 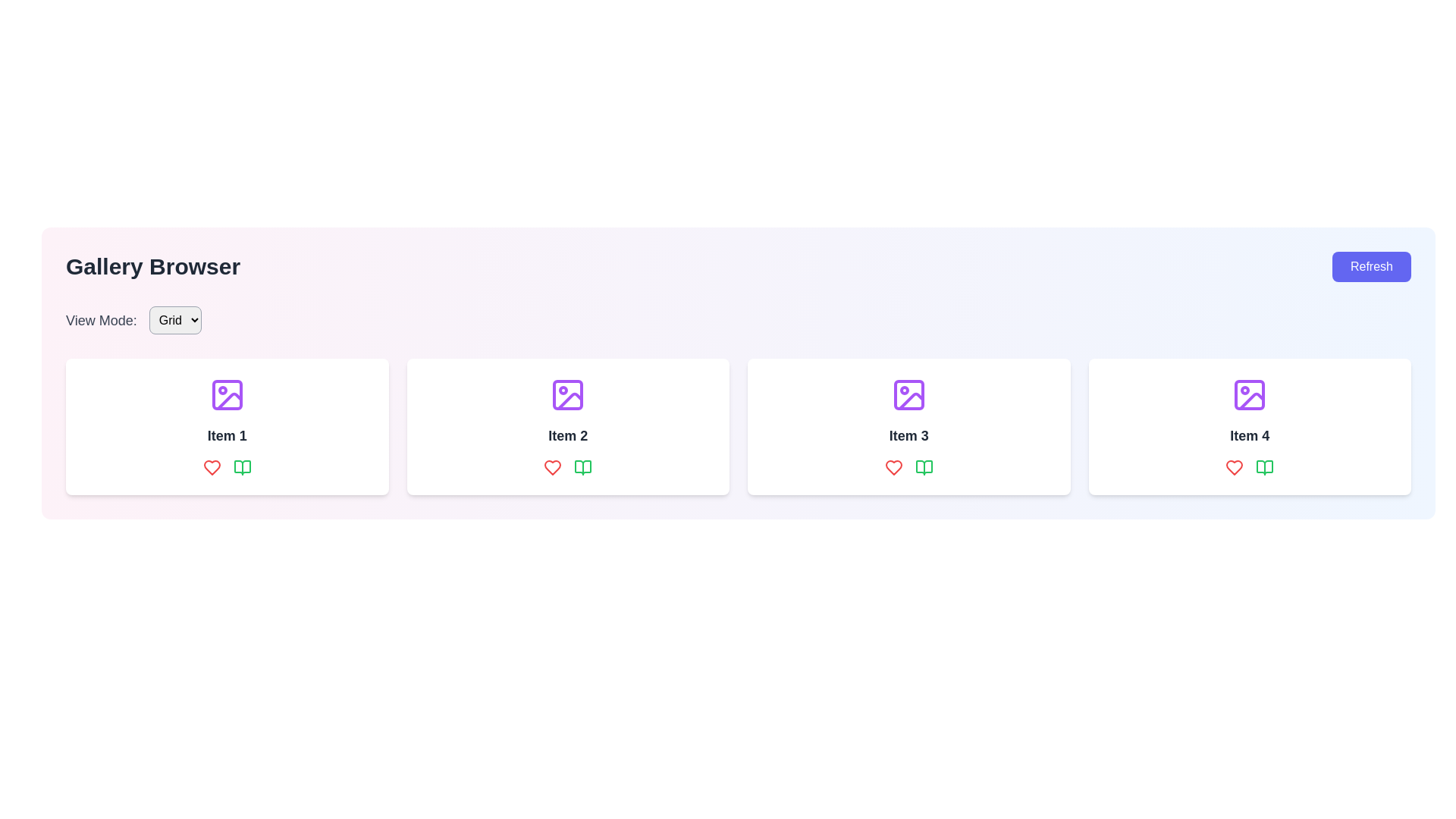 I want to click on the book-related icon or button located in the third column under 'Item 3', to the right of the red heart icon, so click(x=923, y=467).